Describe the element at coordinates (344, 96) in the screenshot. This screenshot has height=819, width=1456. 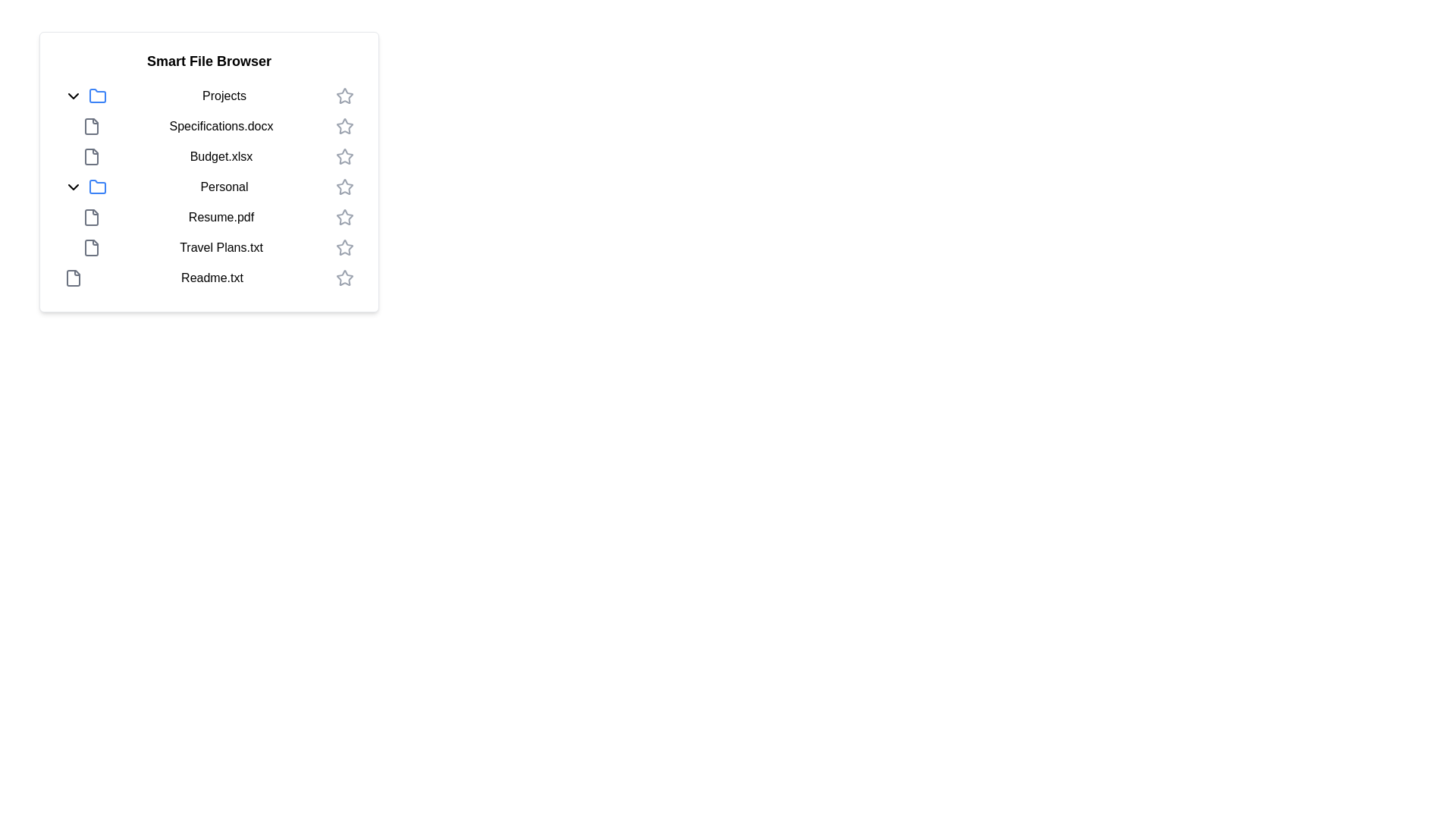
I see `the star icon located at the right end of the 'Projects' row in the file browser` at that location.